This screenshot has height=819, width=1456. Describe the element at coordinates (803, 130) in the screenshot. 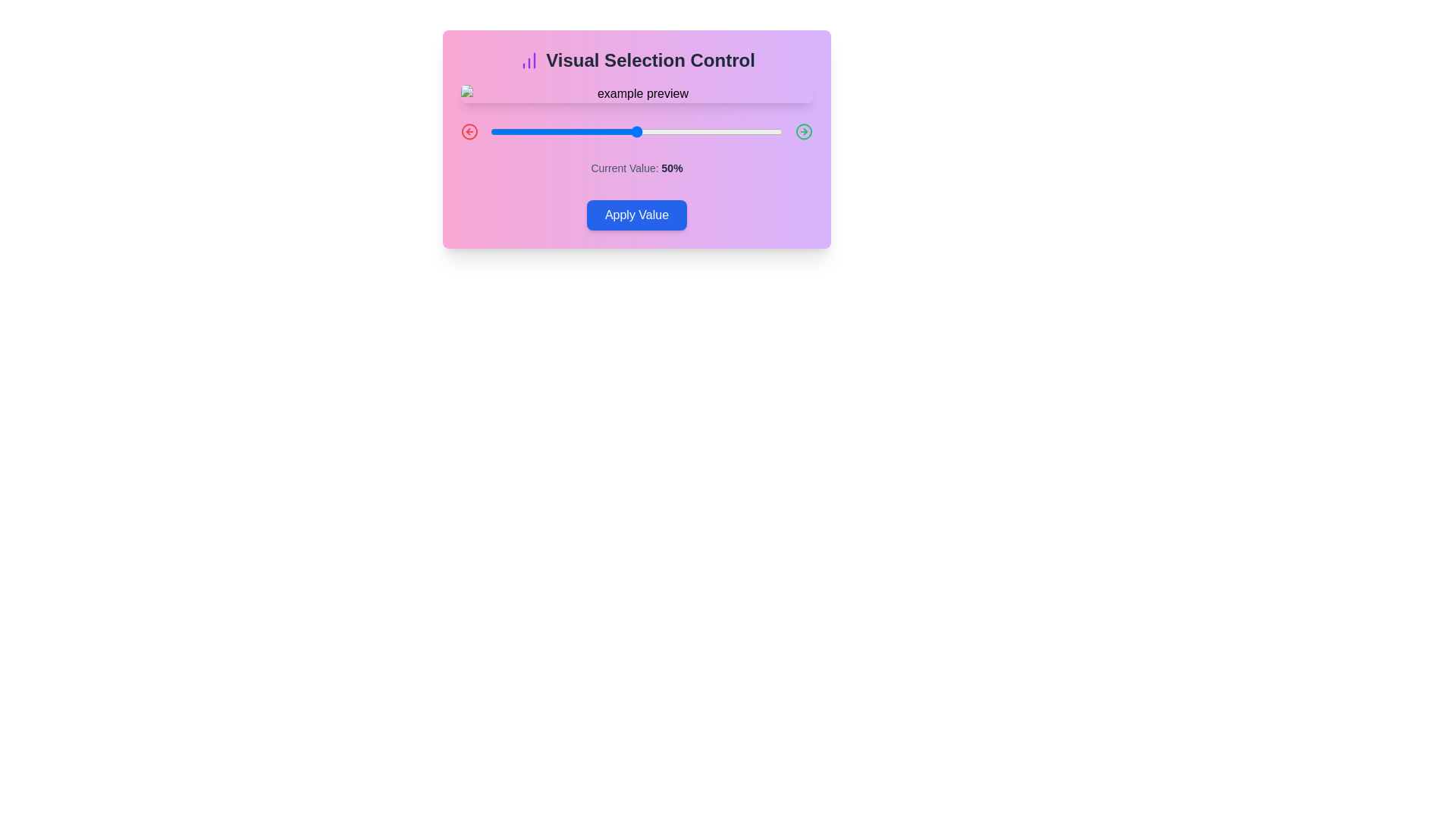

I see `the right arrow icon to adjust the value` at that location.